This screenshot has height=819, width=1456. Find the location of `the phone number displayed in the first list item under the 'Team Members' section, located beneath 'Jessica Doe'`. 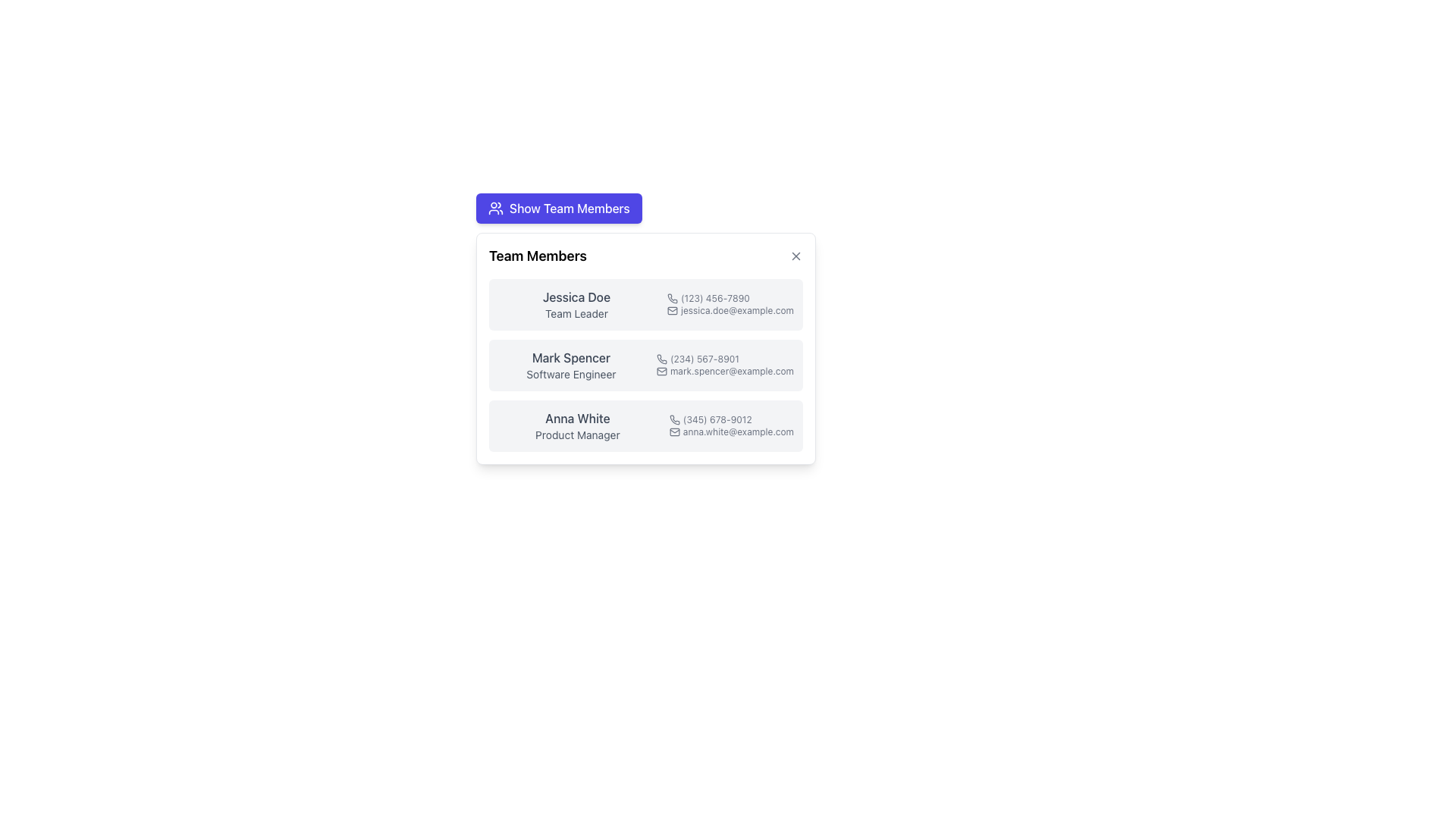

the phone number displayed in the first list item under the 'Team Members' section, located beneath 'Jessica Doe' is located at coordinates (730, 298).